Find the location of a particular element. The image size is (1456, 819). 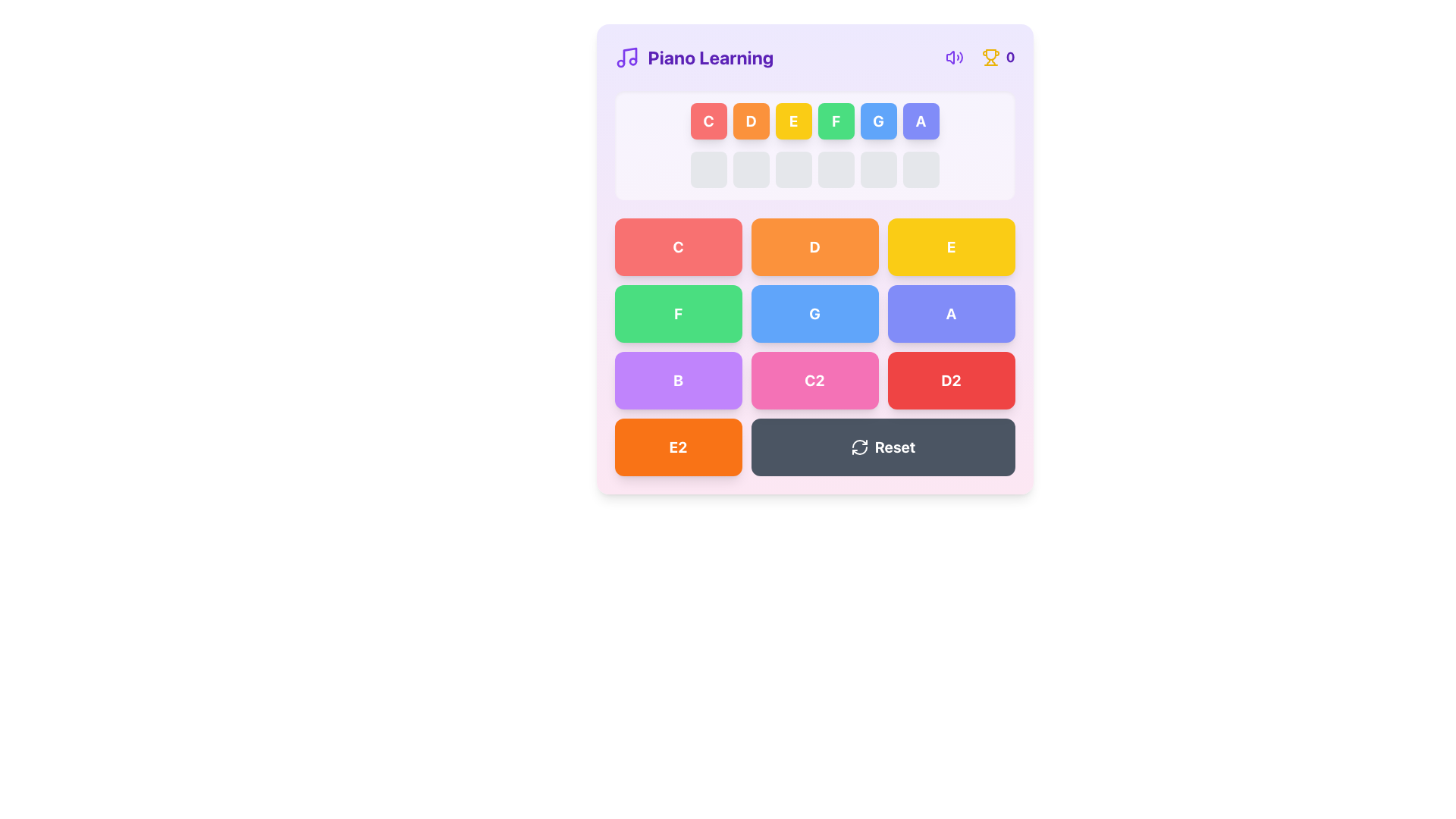

the button located in the top-most row of the grid layout, which corresponds is located at coordinates (950, 246).